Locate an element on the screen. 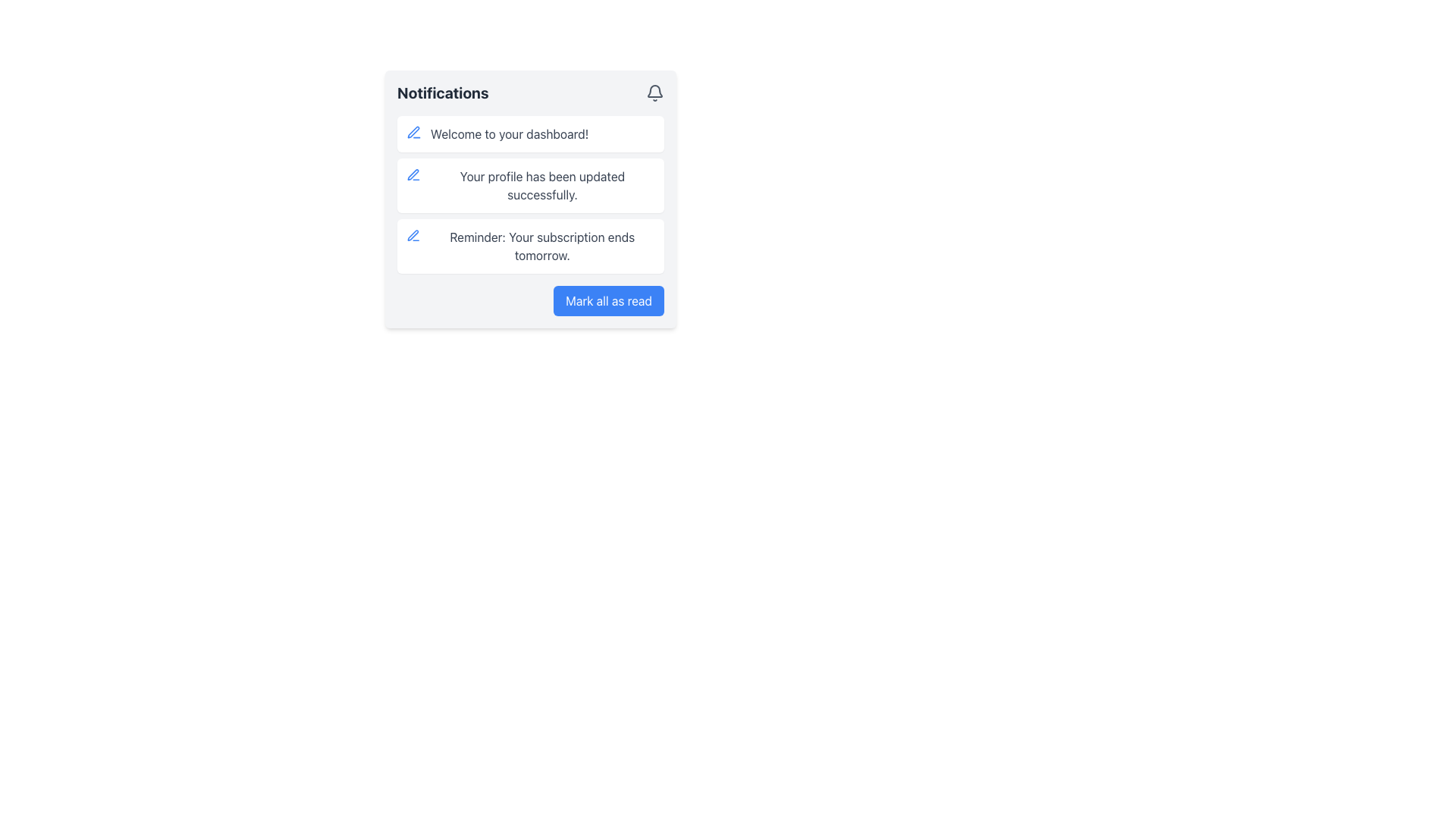 This screenshot has height=819, width=1456. the static text label displaying the message 'Reminder: Your subscription ends tomorrow.' located inside the white notification card at the bottom of the notifications section is located at coordinates (542, 245).